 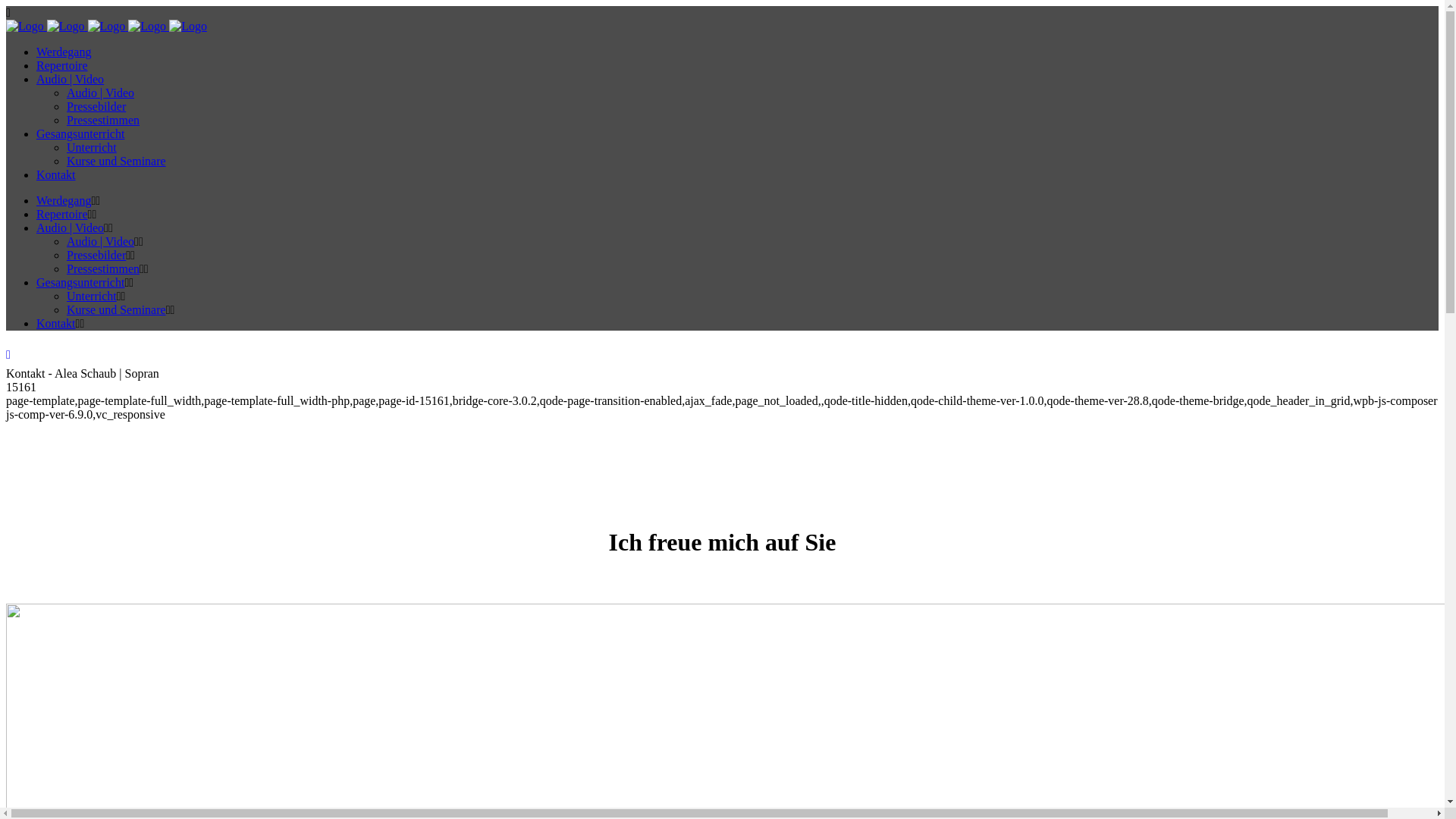 What do you see at coordinates (36, 51) in the screenshot?
I see `'Werdegang'` at bounding box center [36, 51].